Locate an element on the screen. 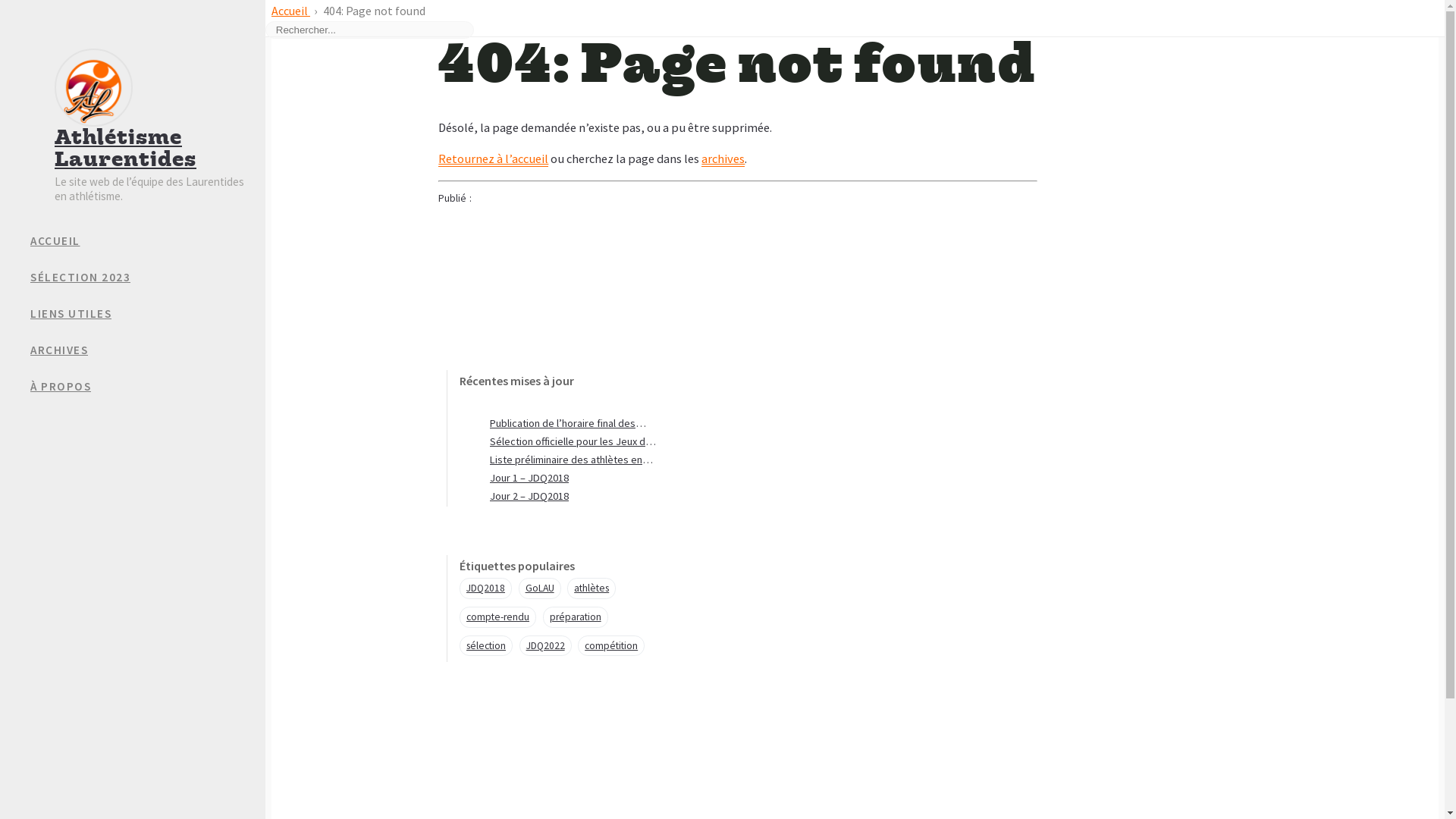 The height and width of the screenshot is (819, 1456). 'LIENS UTILES' is located at coordinates (148, 312).